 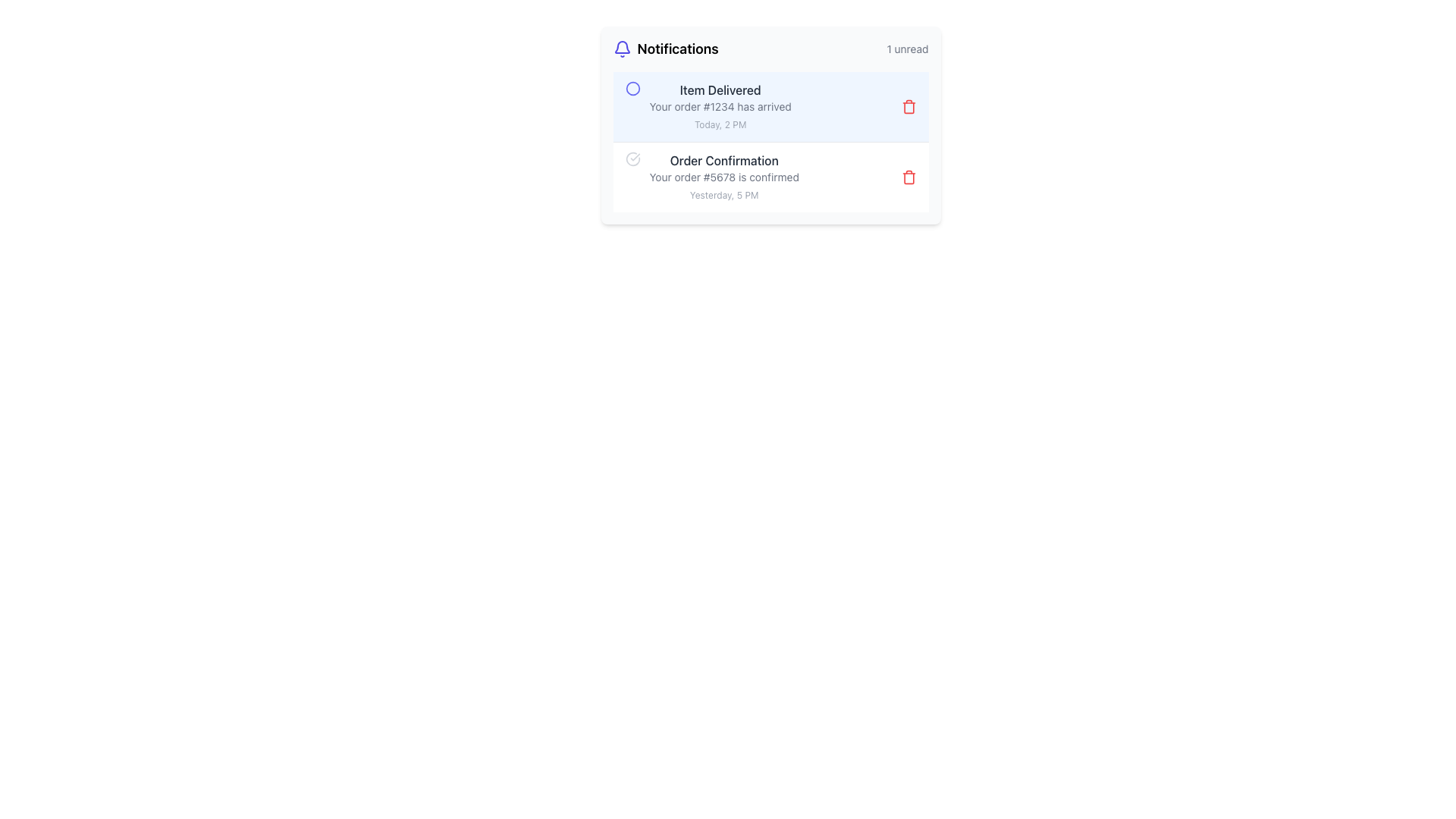 What do you see at coordinates (720, 106) in the screenshot?
I see `the Notification card that provides the delivery status for an order, located in the Notifications section above the Order Confirmation notification` at bounding box center [720, 106].